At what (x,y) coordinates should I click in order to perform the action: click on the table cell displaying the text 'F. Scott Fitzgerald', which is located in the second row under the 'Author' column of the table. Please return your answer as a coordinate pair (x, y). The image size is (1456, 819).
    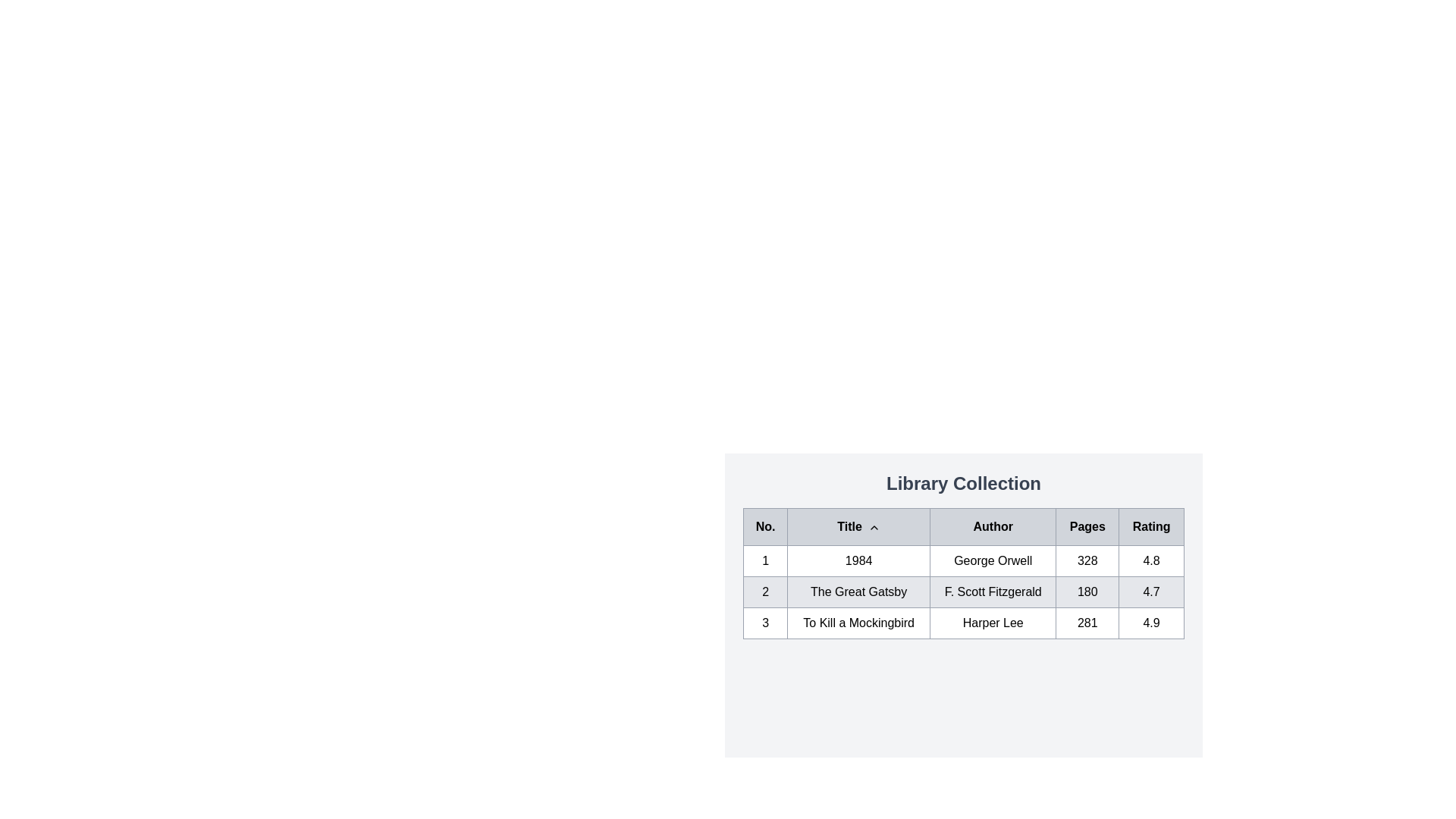
    Looking at the image, I should click on (993, 591).